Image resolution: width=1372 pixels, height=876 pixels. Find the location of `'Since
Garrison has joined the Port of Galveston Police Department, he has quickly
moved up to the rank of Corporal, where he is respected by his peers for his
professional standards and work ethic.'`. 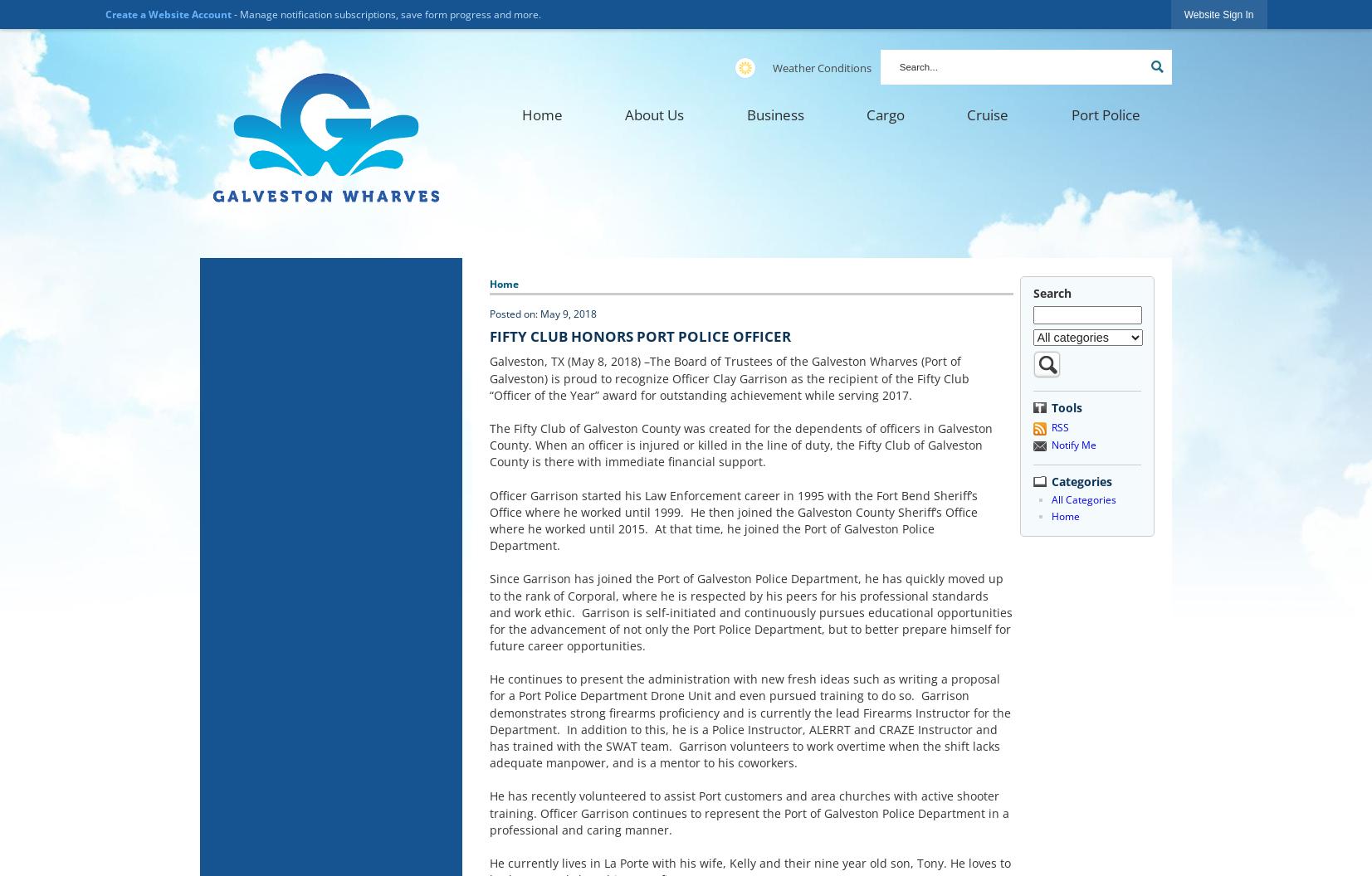

'Since
Garrison has joined the Port of Galveston Police Department, he has quickly
moved up to the rank of Corporal, where he is respected by his peers for his
professional standards and work ethic.' is located at coordinates (746, 595).